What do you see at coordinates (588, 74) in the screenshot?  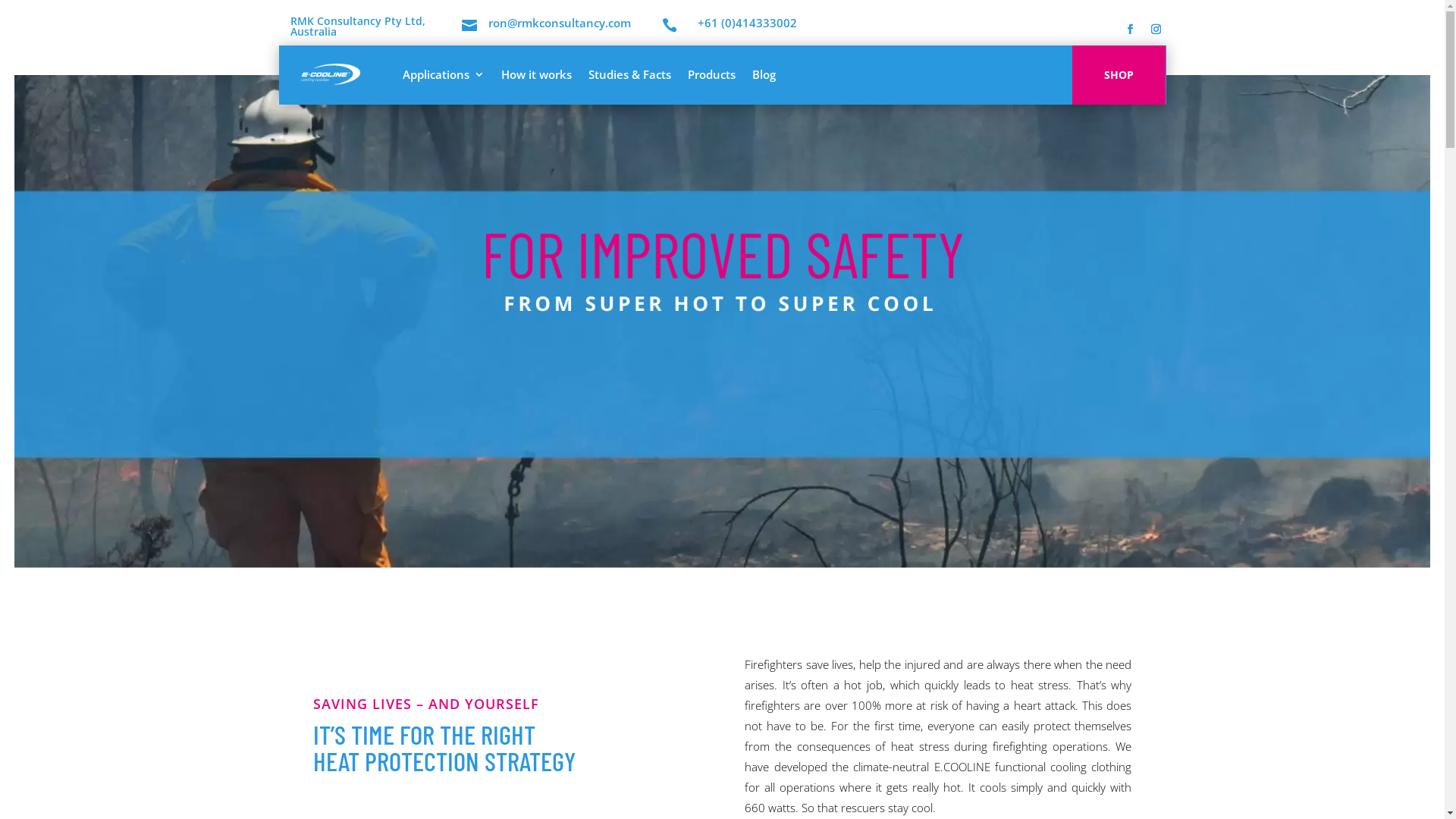 I see `'Studies & Facts'` at bounding box center [588, 74].